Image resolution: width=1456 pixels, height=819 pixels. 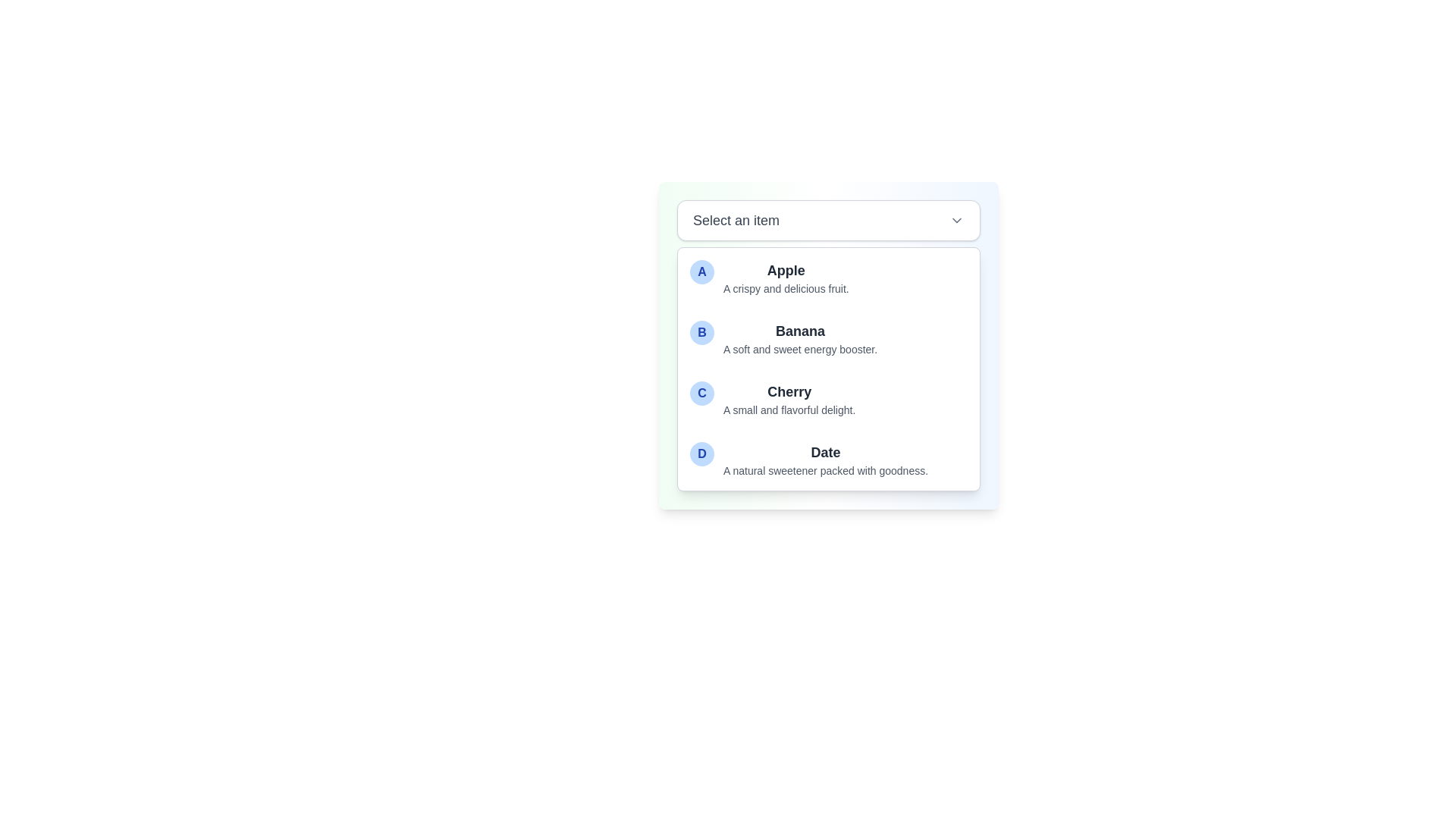 I want to click on the list item labeled 'Cherry', so click(x=789, y=399).